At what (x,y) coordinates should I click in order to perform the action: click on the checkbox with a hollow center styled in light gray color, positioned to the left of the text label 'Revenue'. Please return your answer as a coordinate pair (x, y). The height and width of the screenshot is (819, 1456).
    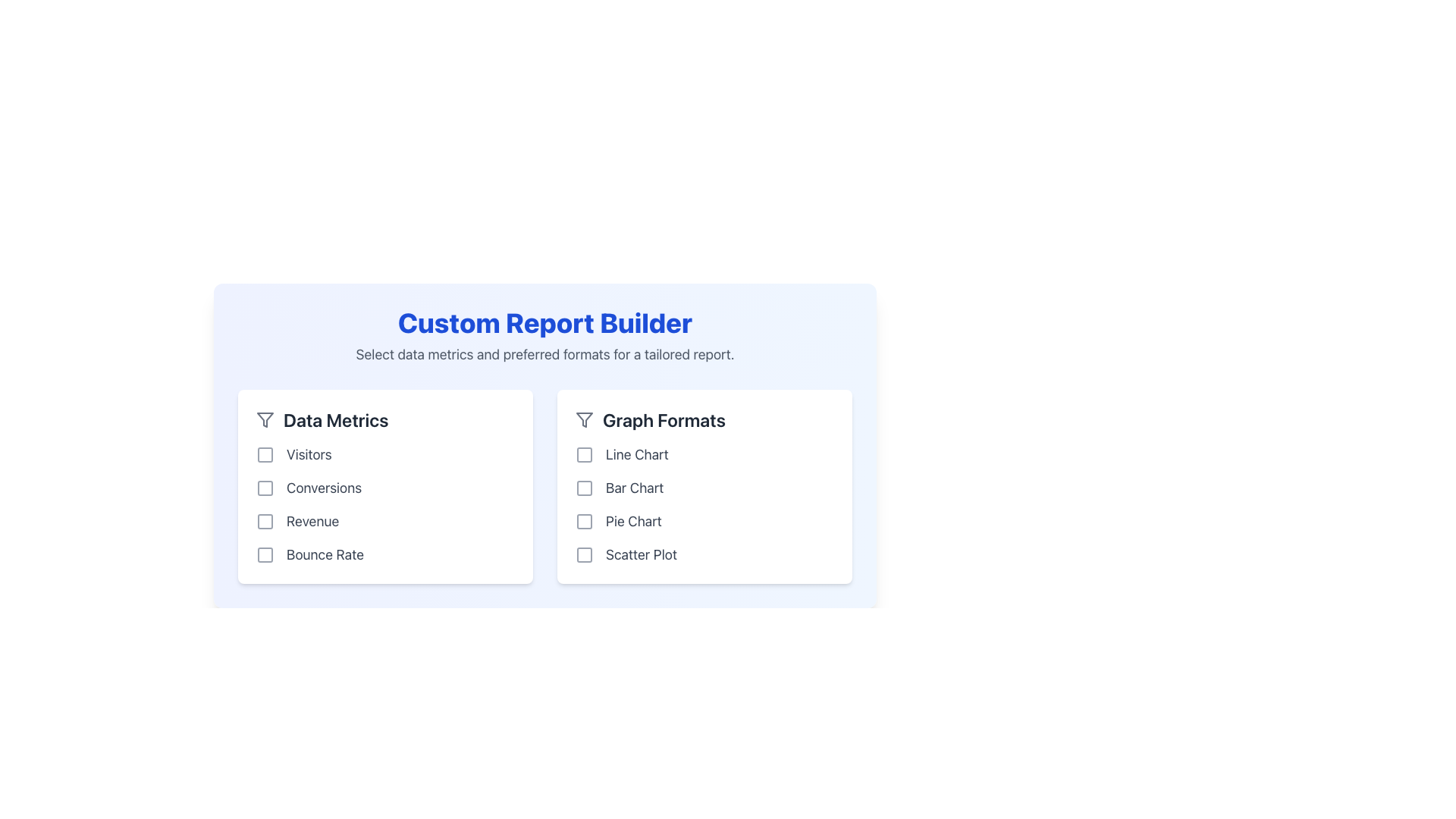
    Looking at the image, I should click on (265, 520).